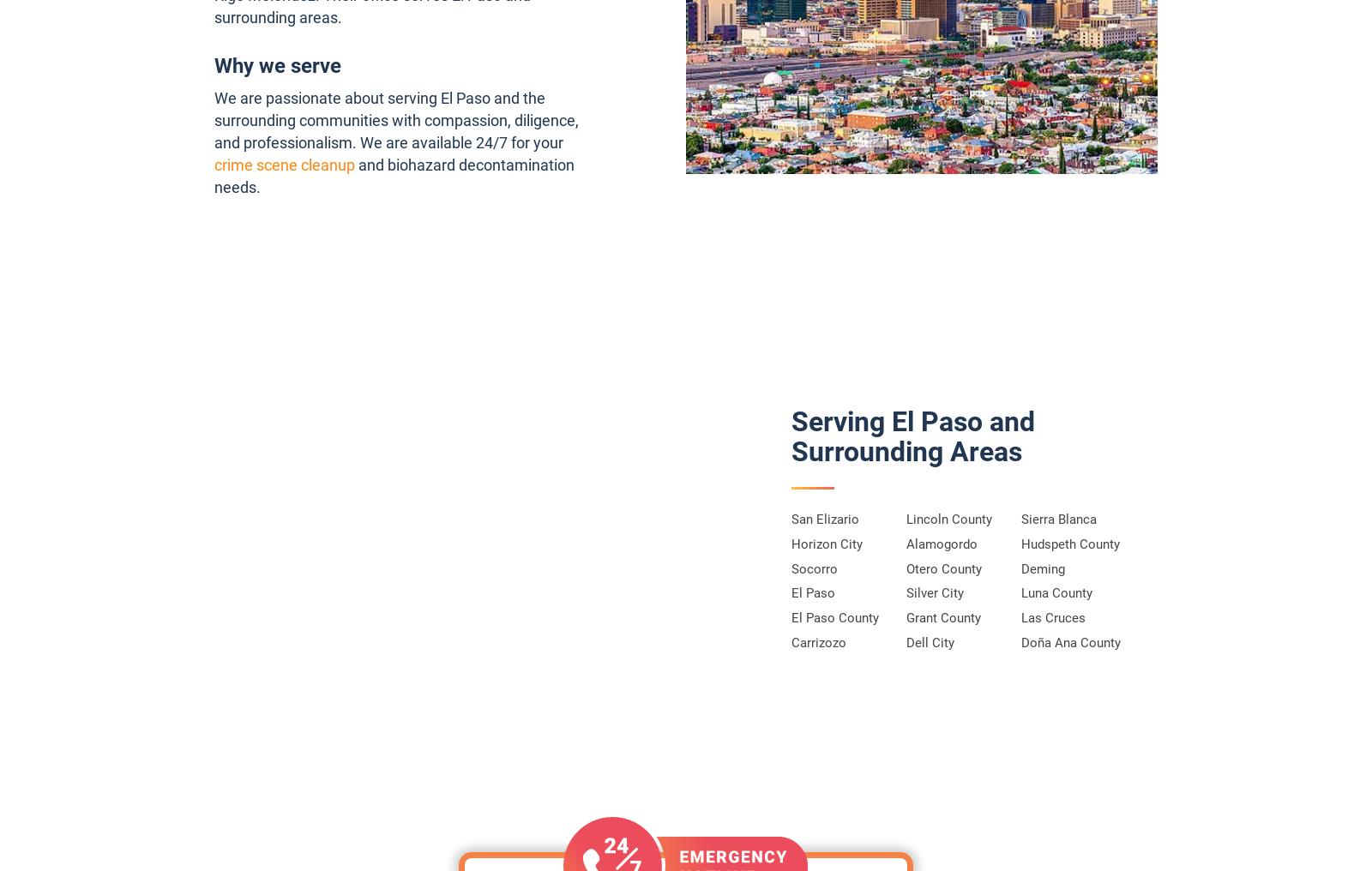 The width and height of the screenshot is (1372, 871). I want to click on 'Alamogordo', so click(906, 543).